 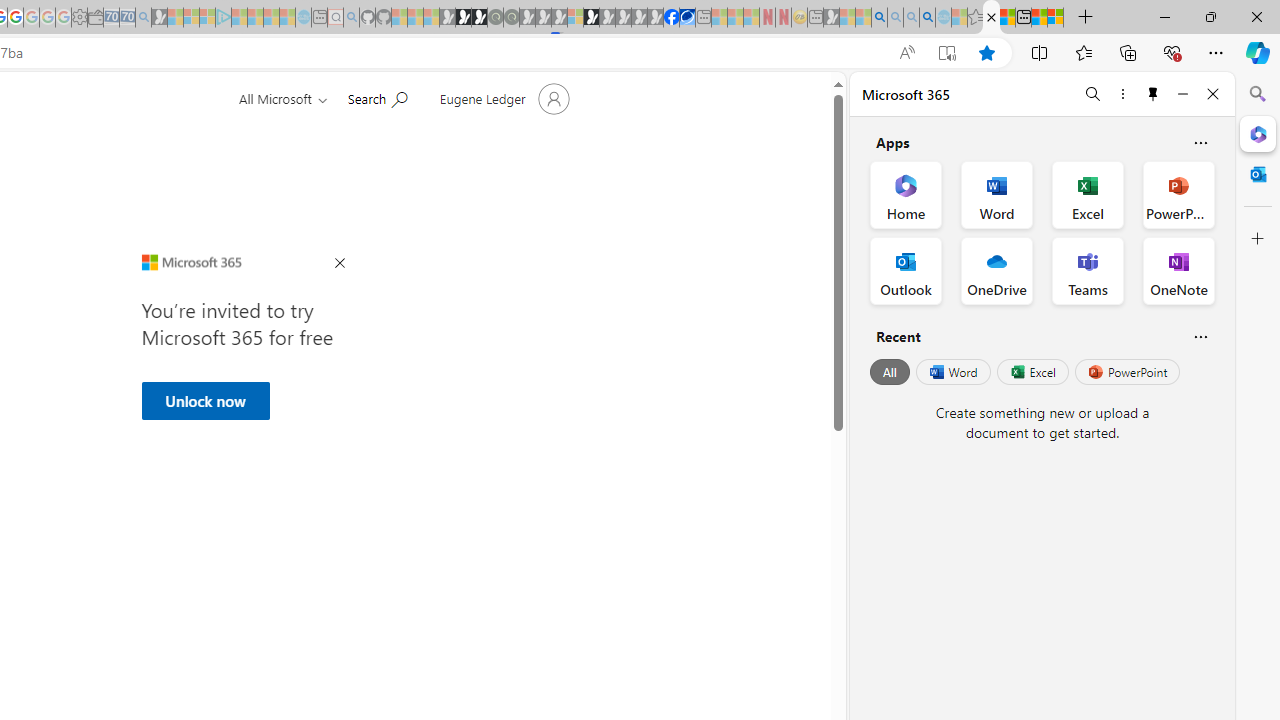 What do you see at coordinates (1200, 335) in the screenshot?
I see `'Is this helpful?'` at bounding box center [1200, 335].